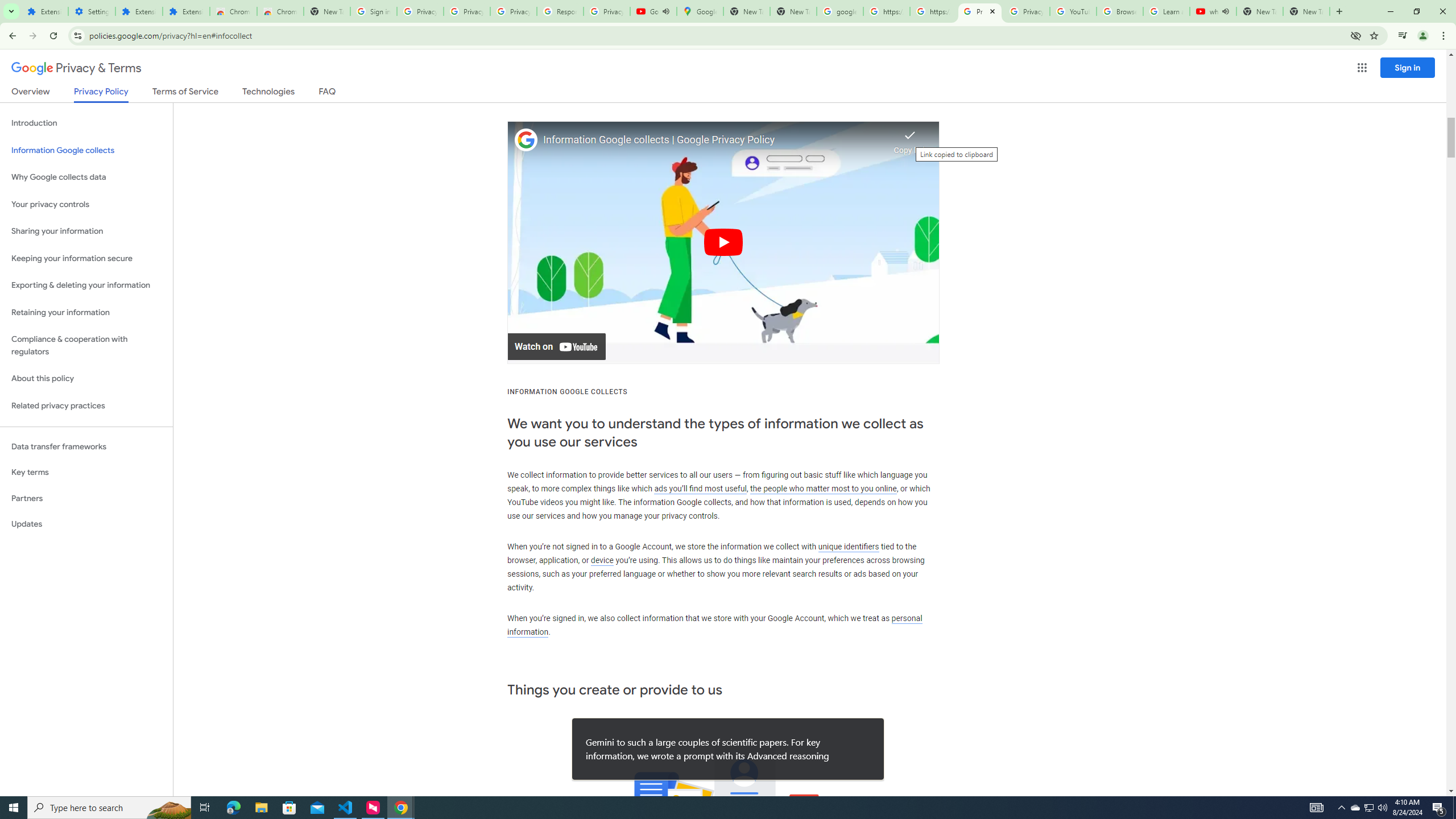 Image resolution: width=1456 pixels, height=819 pixels. What do you see at coordinates (86, 498) in the screenshot?
I see `'Partners'` at bounding box center [86, 498].